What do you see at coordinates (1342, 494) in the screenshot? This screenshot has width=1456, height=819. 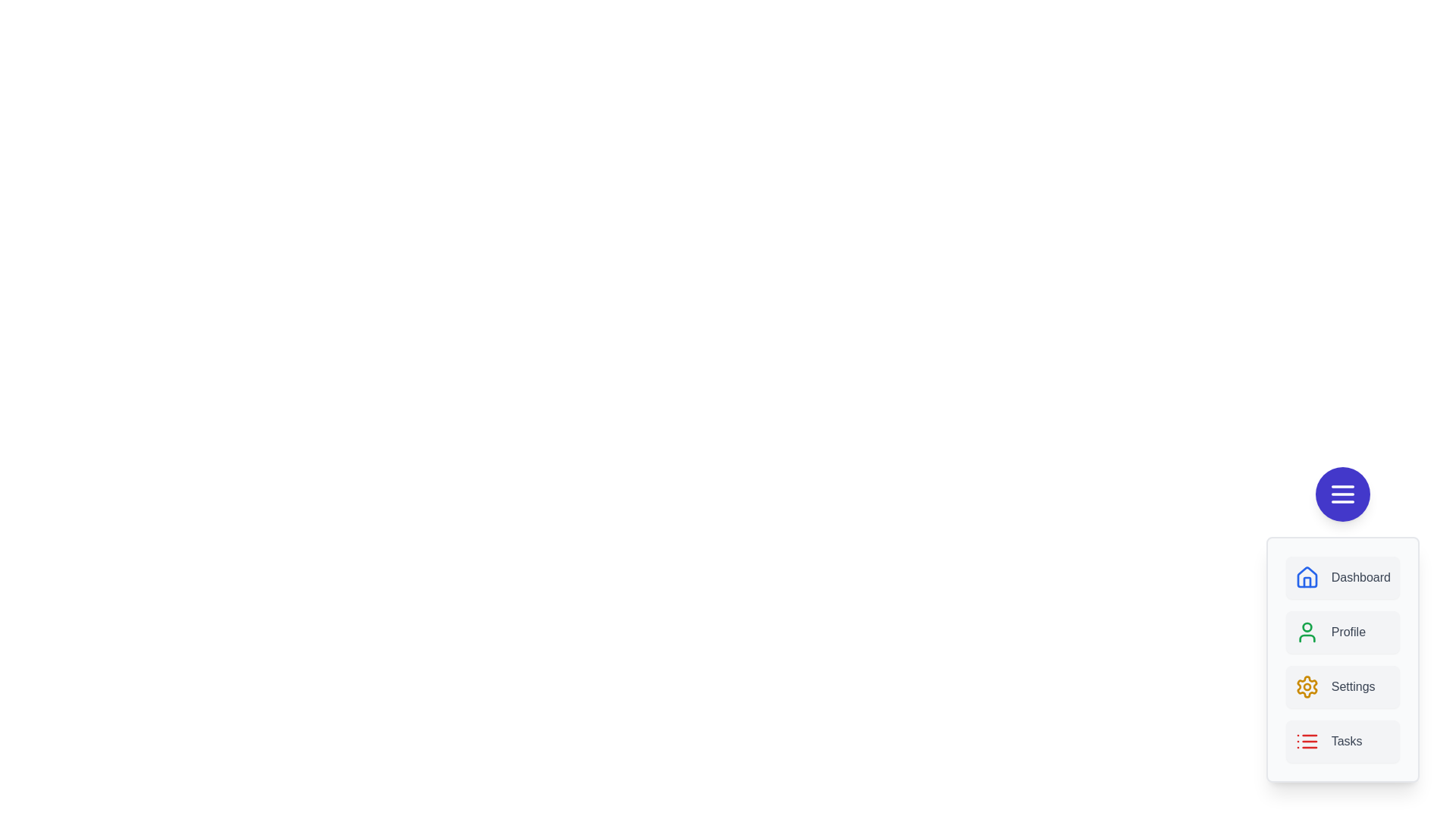 I see `menu button to toggle the menu's visibility` at bounding box center [1342, 494].